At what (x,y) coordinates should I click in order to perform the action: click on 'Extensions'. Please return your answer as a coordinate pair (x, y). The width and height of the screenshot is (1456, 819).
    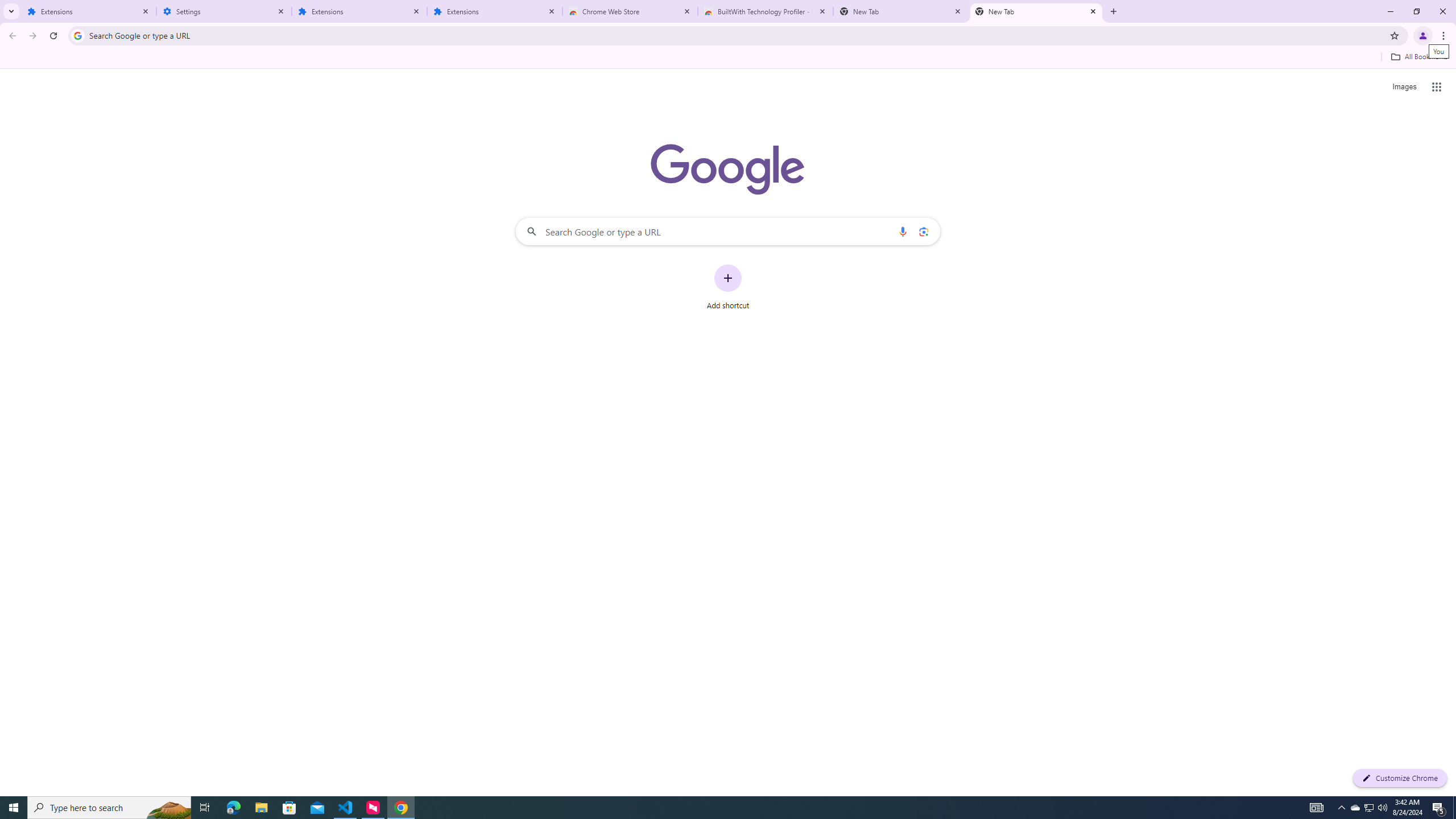
    Looking at the image, I should click on (494, 11).